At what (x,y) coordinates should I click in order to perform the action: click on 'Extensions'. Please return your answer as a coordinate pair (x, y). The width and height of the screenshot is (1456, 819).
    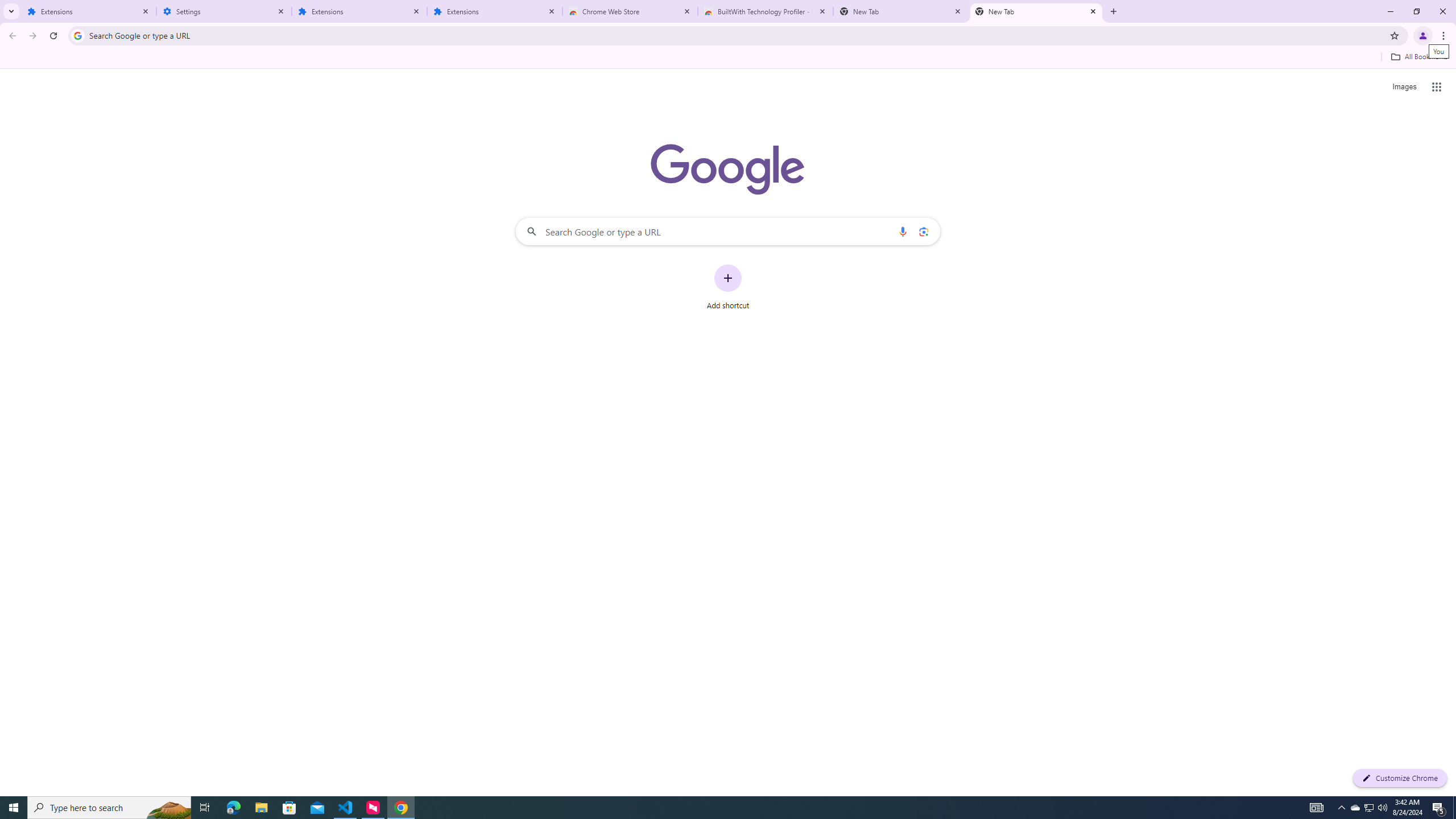
    Looking at the image, I should click on (494, 11).